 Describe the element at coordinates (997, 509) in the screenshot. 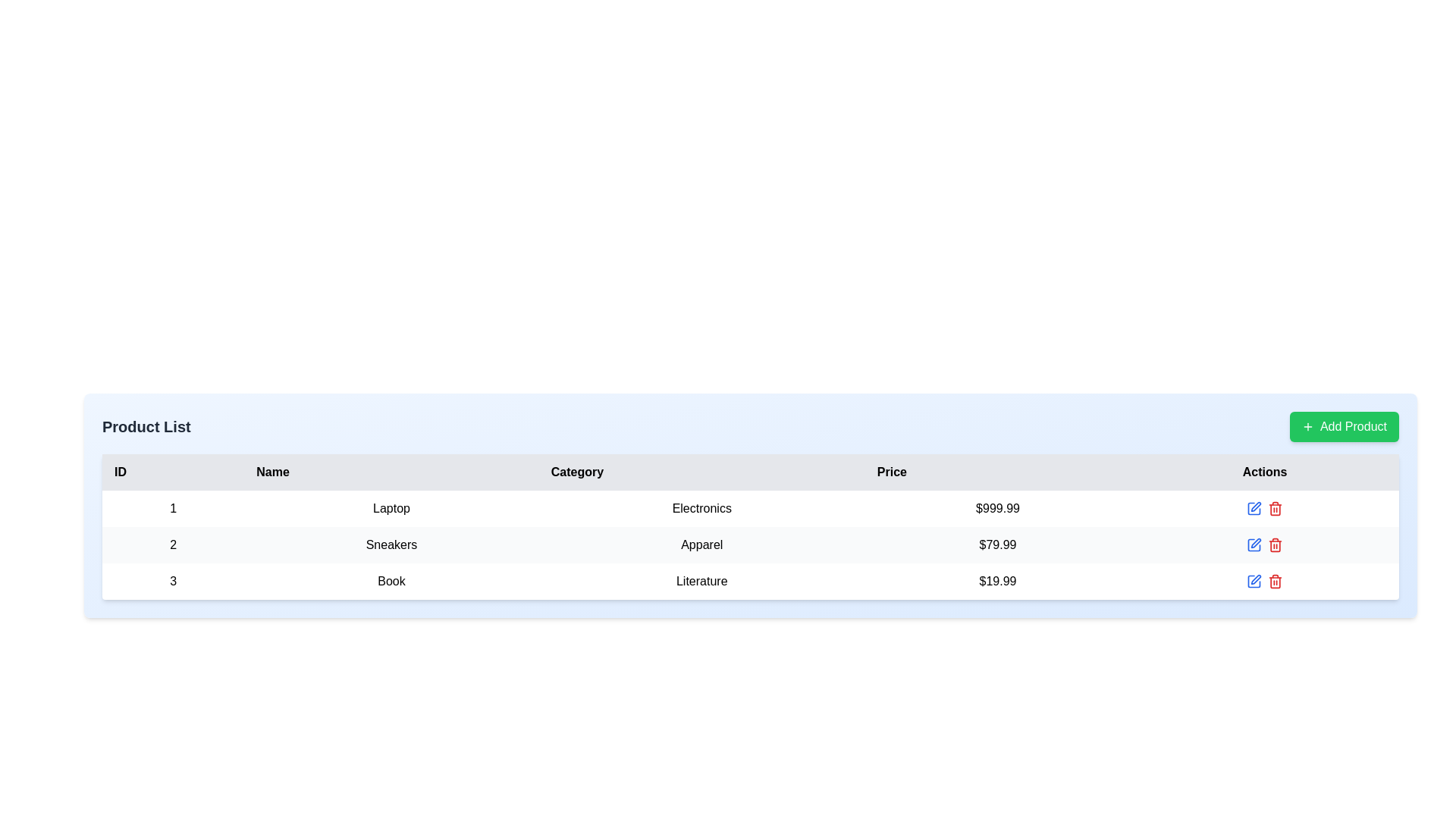

I see `the price element of the product 'Laptop' located in the 'Price' column of the table under the 'Electronics' category` at that location.